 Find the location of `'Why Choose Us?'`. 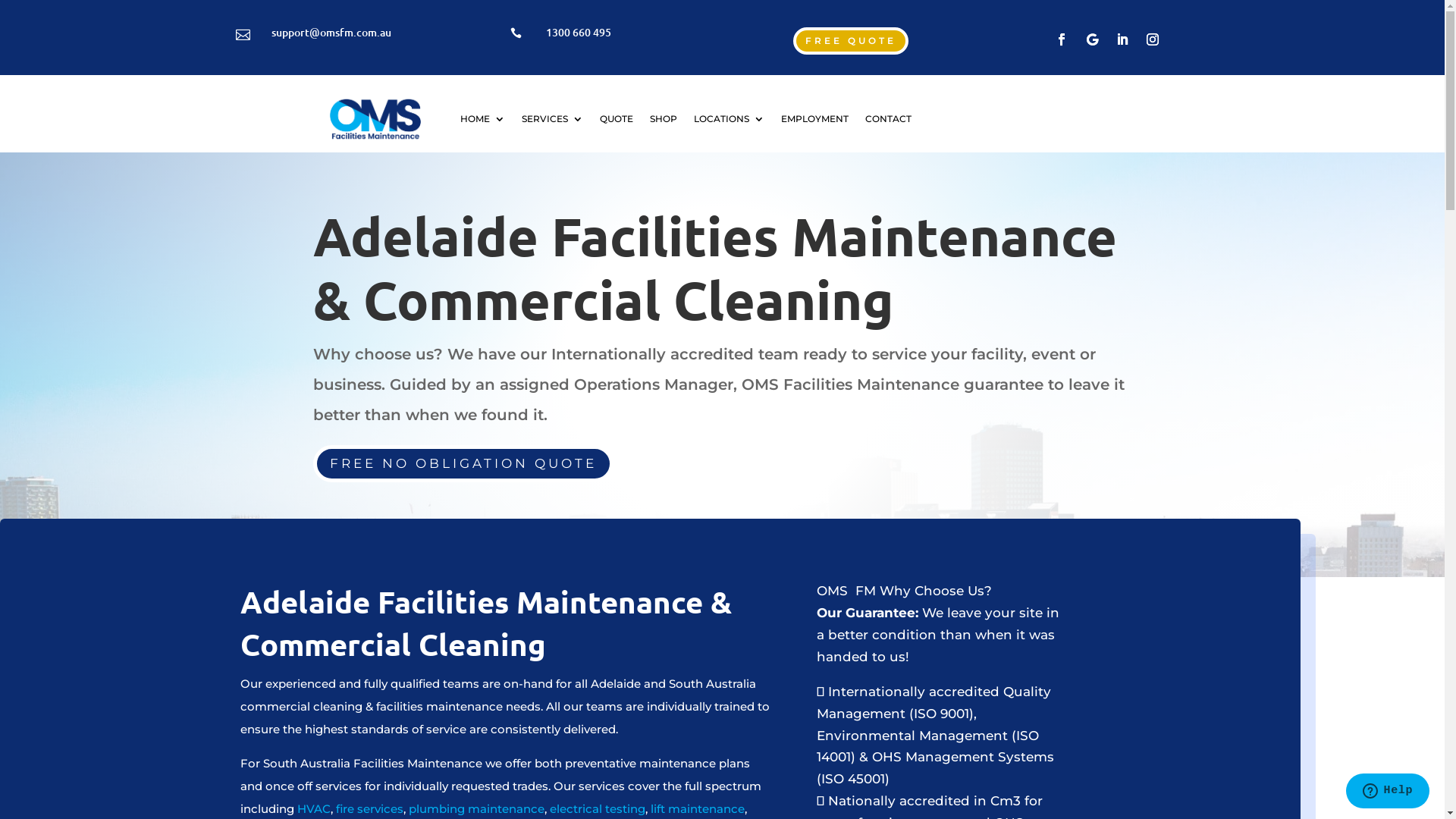

'Why Choose Us?' is located at coordinates (934, 590).